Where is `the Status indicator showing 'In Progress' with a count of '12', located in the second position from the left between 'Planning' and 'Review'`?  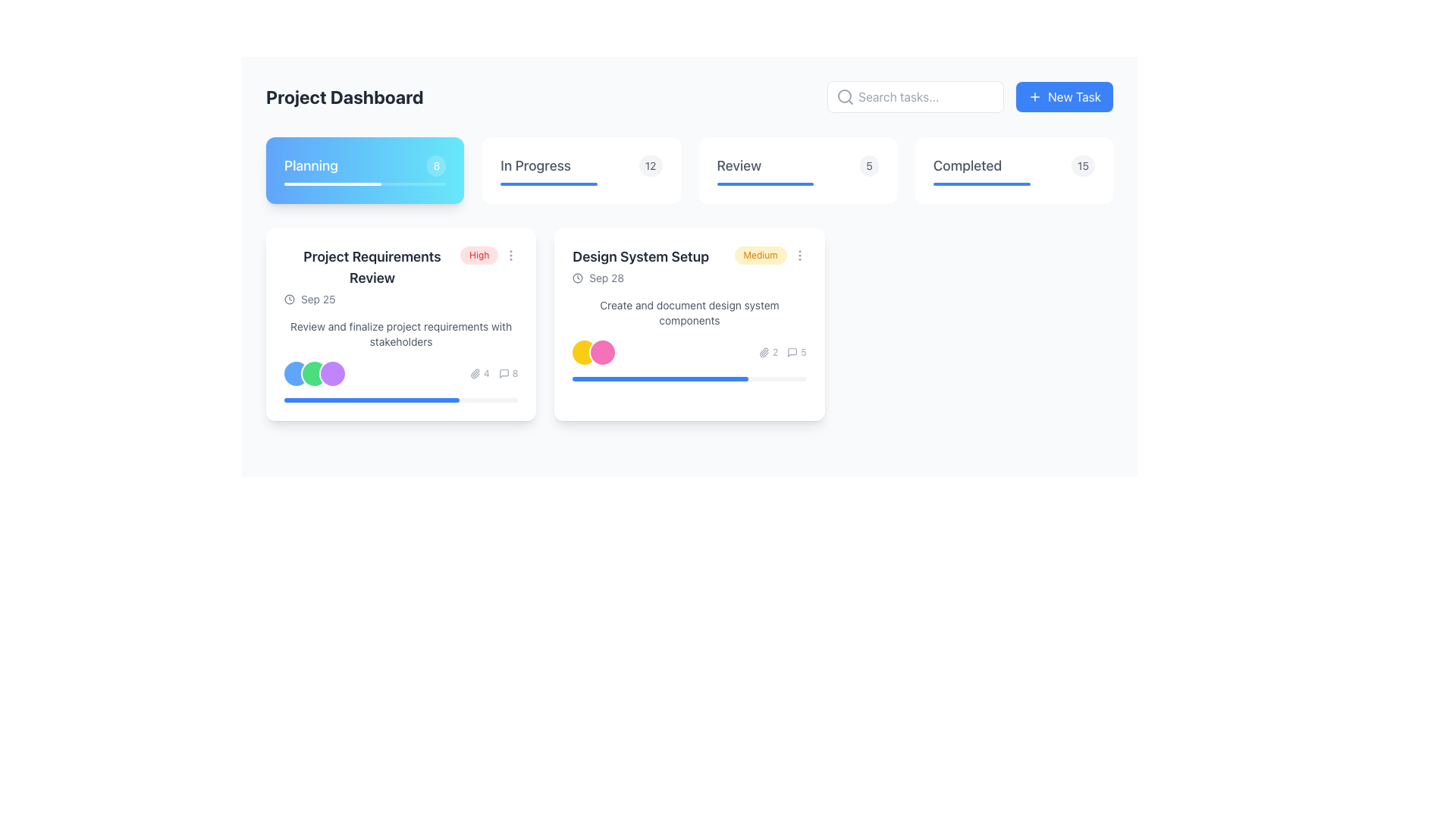 the Status indicator showing 'In Progress' with a count of '12', located in the second position from the left between 'Planning' and 'Review' is located at coordinates (580, 166).